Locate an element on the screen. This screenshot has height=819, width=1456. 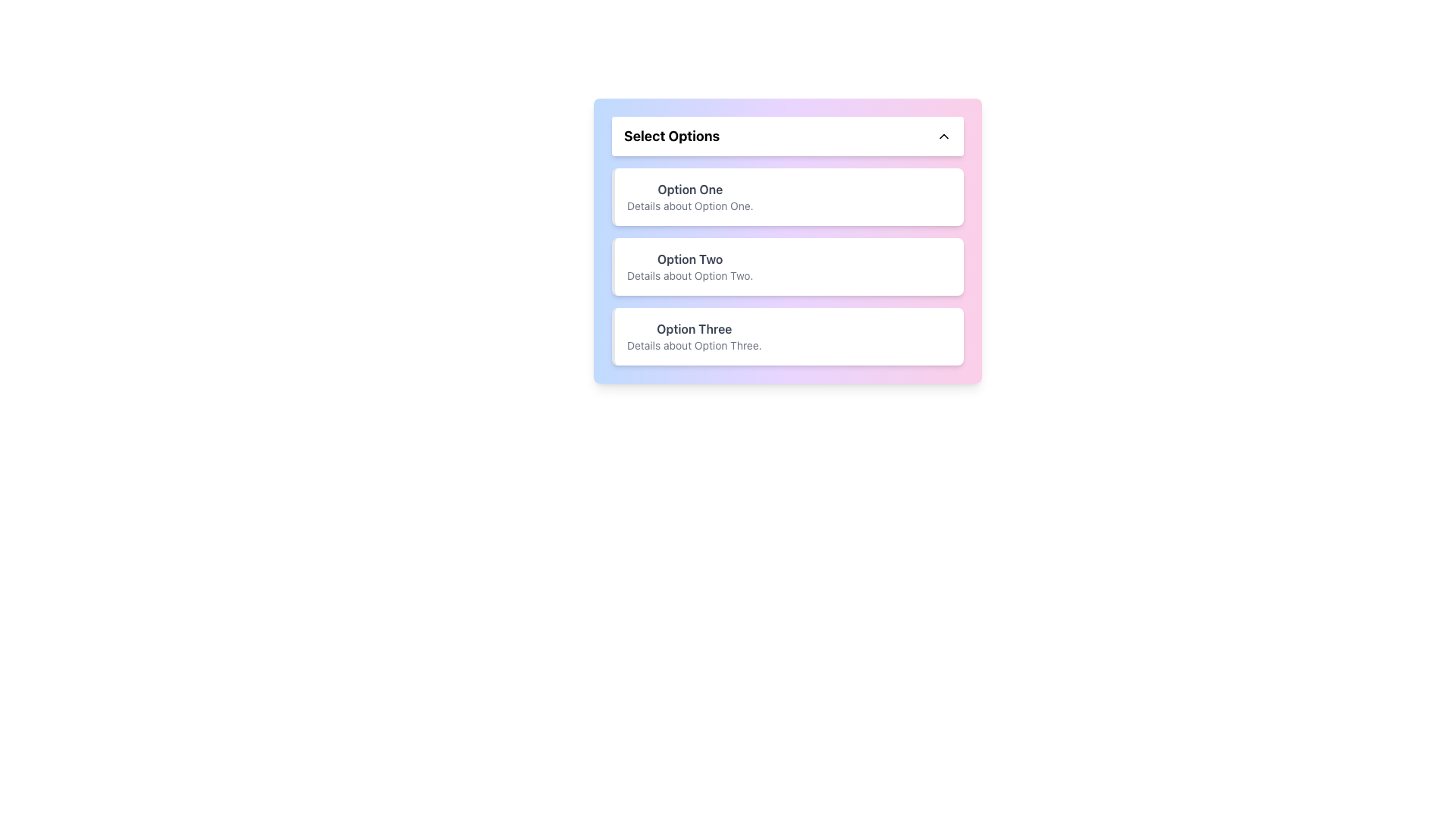
the text label representing the title of the first selectable item in the 'Select Options' list is located at coordinates (689, 189).